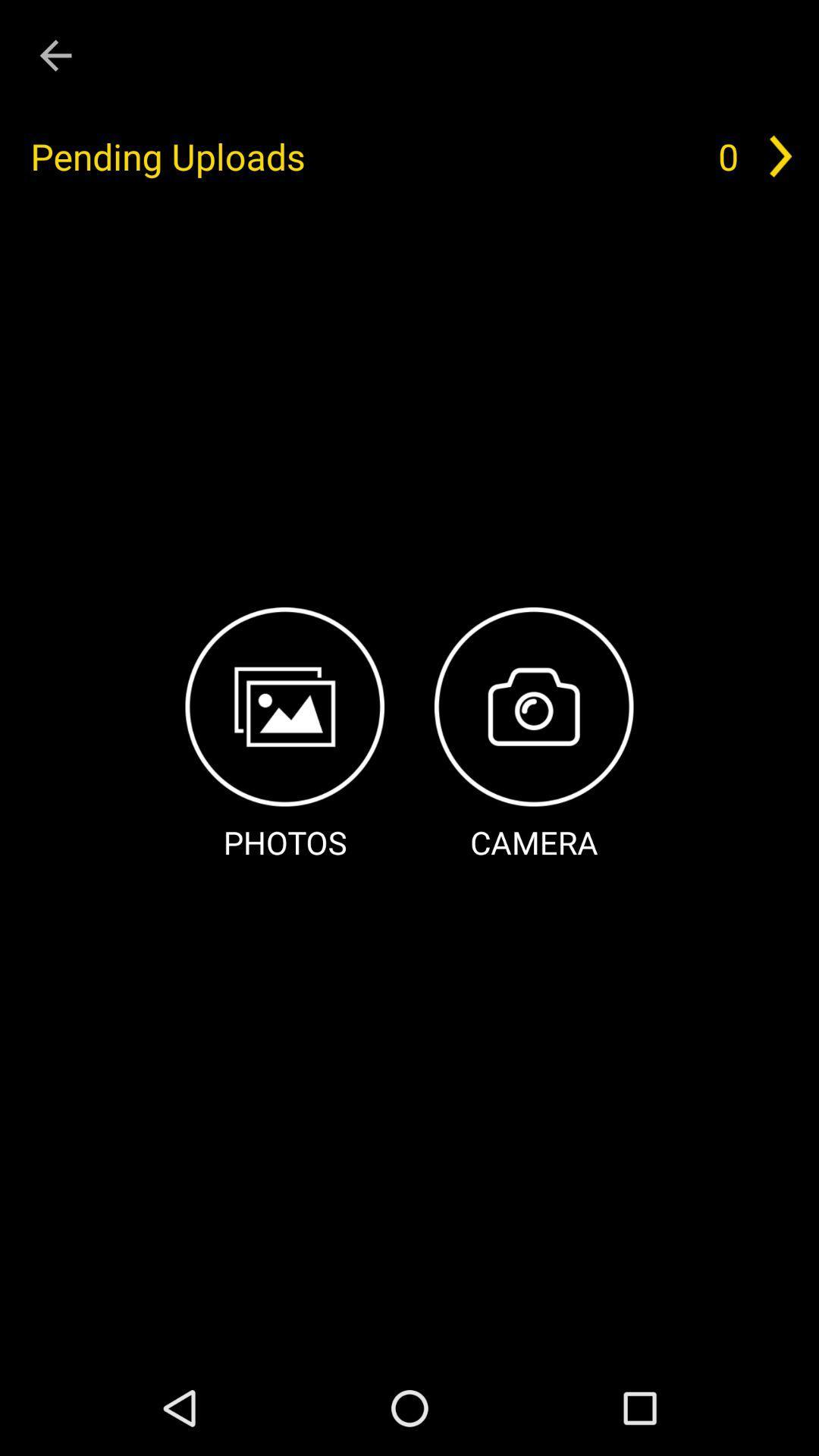 The width and height of the screenshot is (819, 1456). What do you see at coordinates (284, 736) in the screenshot?
I see `the item to the left of camera item` at bounding box center [284, 736].